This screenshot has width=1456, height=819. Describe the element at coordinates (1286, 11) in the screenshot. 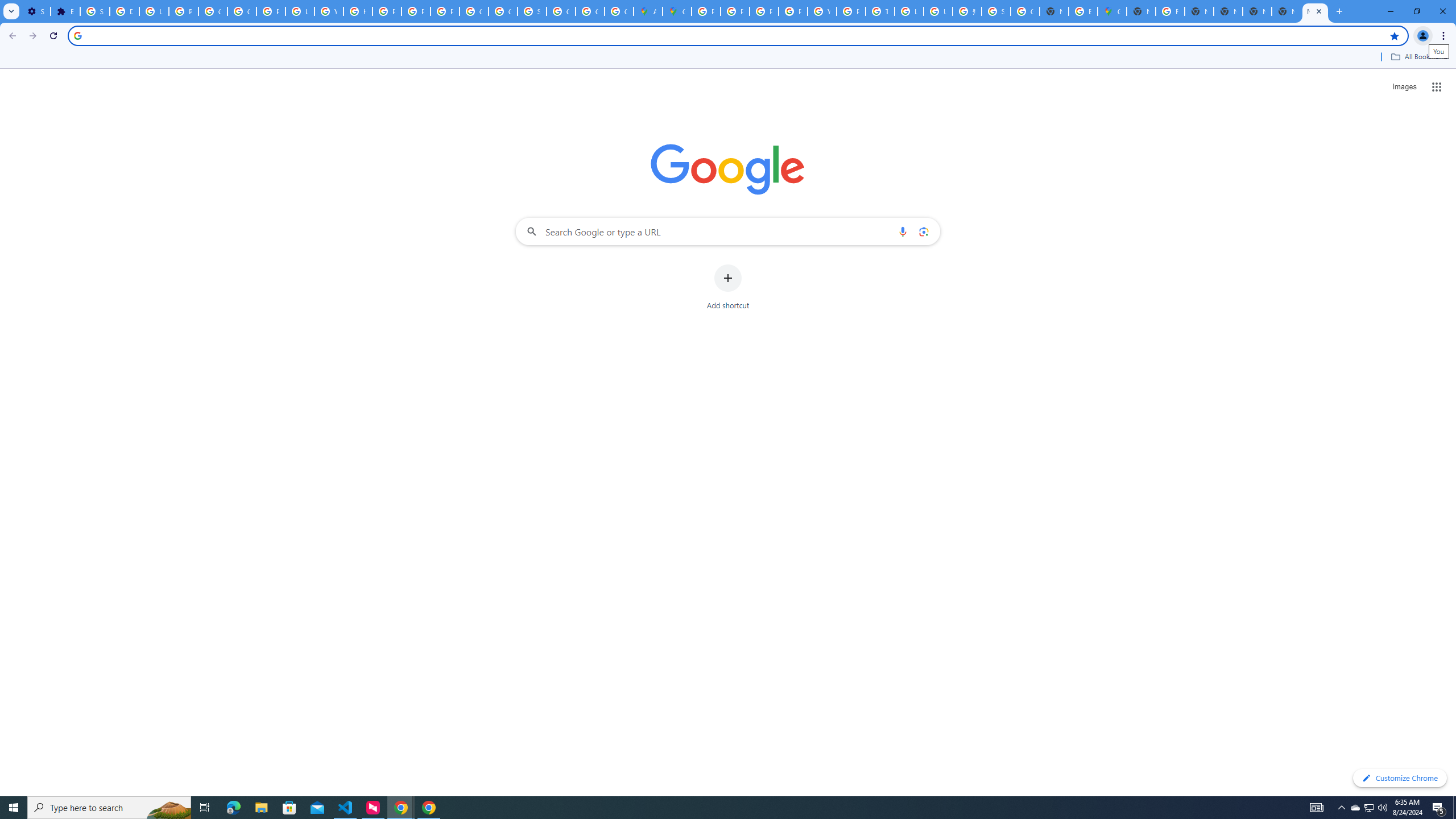

I see `'New Tab'` at that location.